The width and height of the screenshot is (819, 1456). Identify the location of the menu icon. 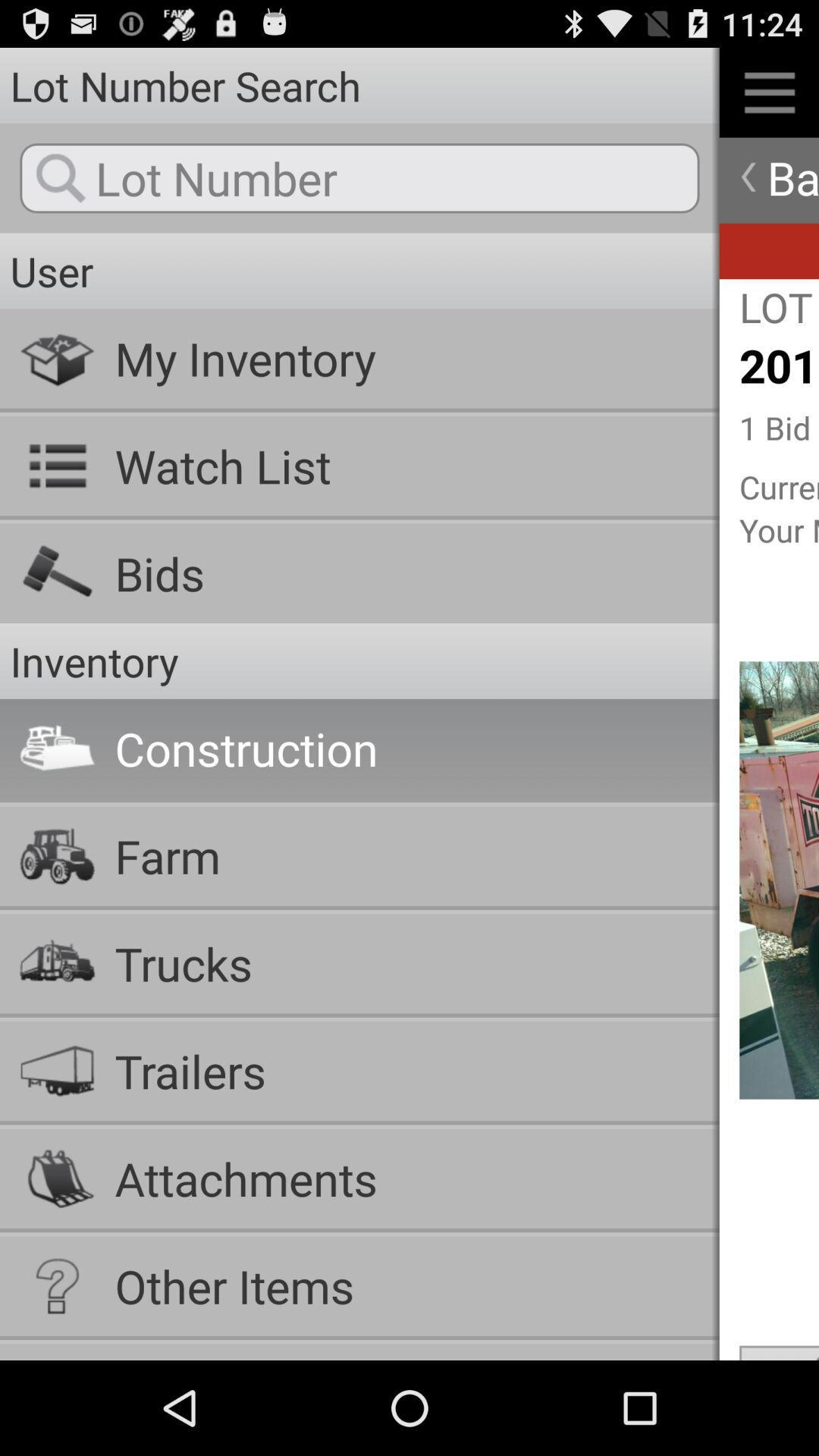
(769, 98).